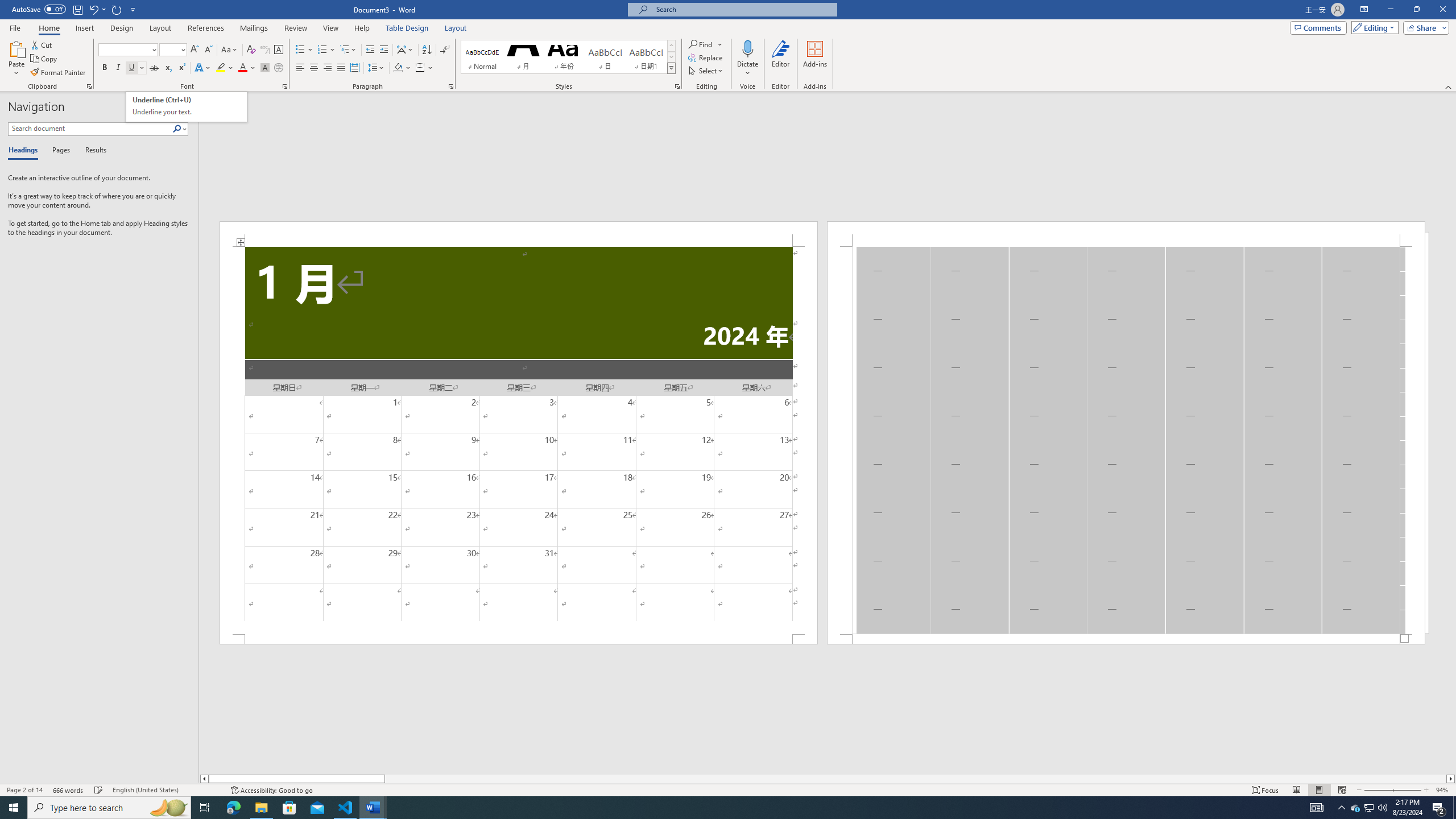 The image size is (1456, 819). What do you see at coordinates (165, 790) in the screenshot?
I see `'Language English (United States)'` at bounding box center [165, 790].